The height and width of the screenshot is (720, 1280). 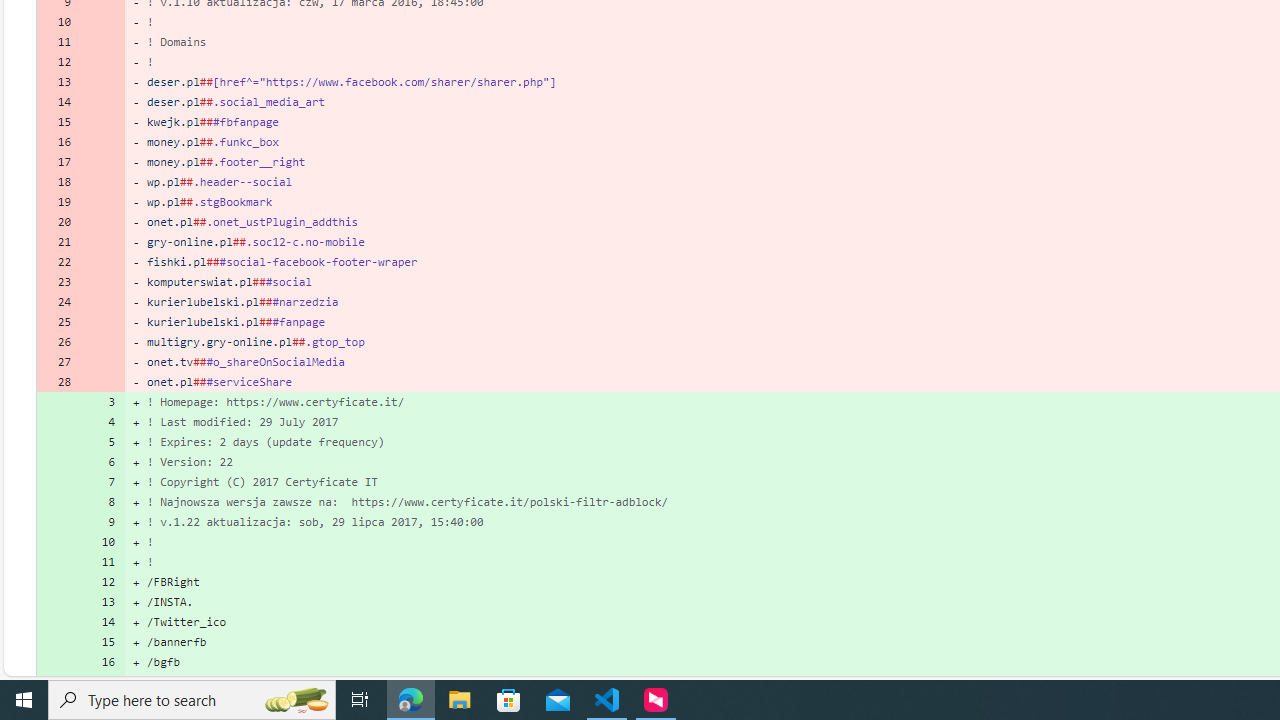 I want to click on '8', so click(x=102, y=500).